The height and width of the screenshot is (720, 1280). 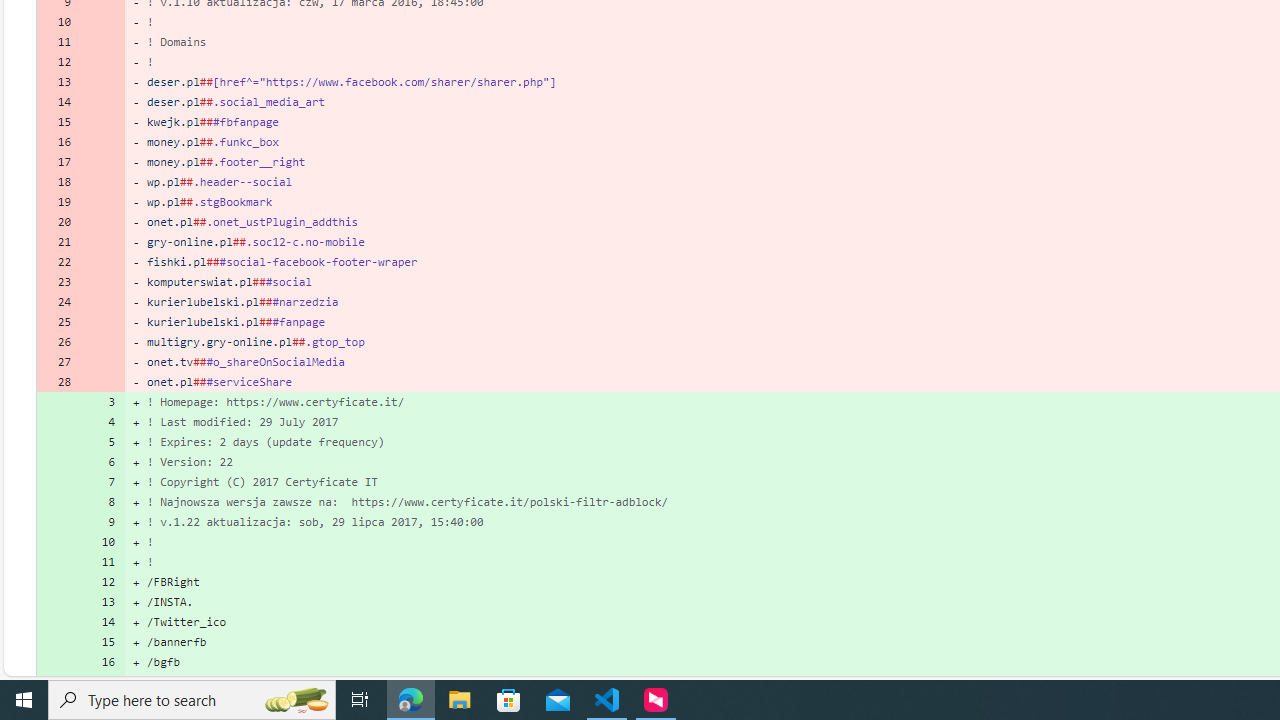 I want to click on '8', so click(x=102, y=500).